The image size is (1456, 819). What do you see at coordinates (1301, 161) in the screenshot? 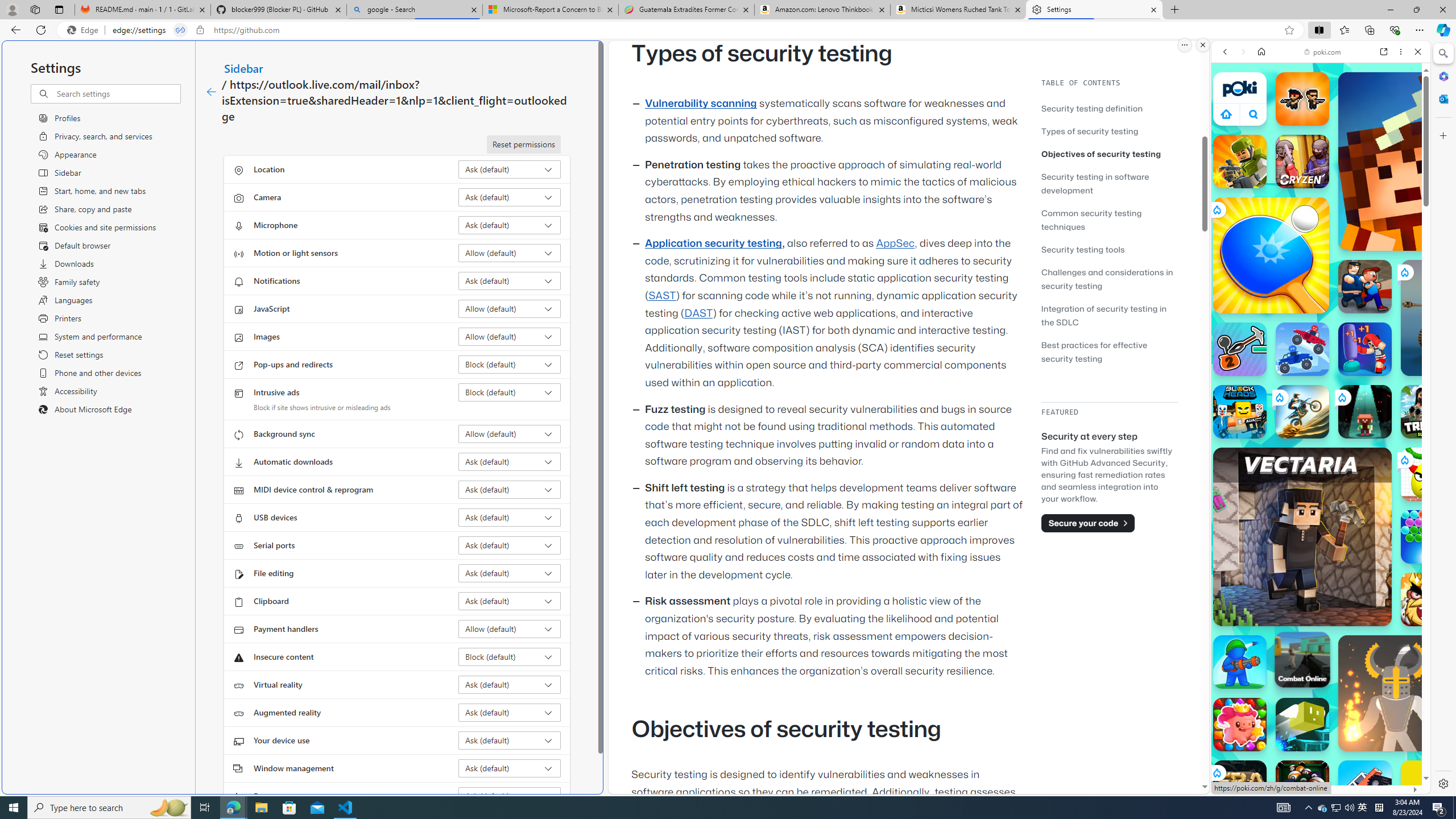
I see `'Cryzen.io'` at bounding box center [1301, 161].